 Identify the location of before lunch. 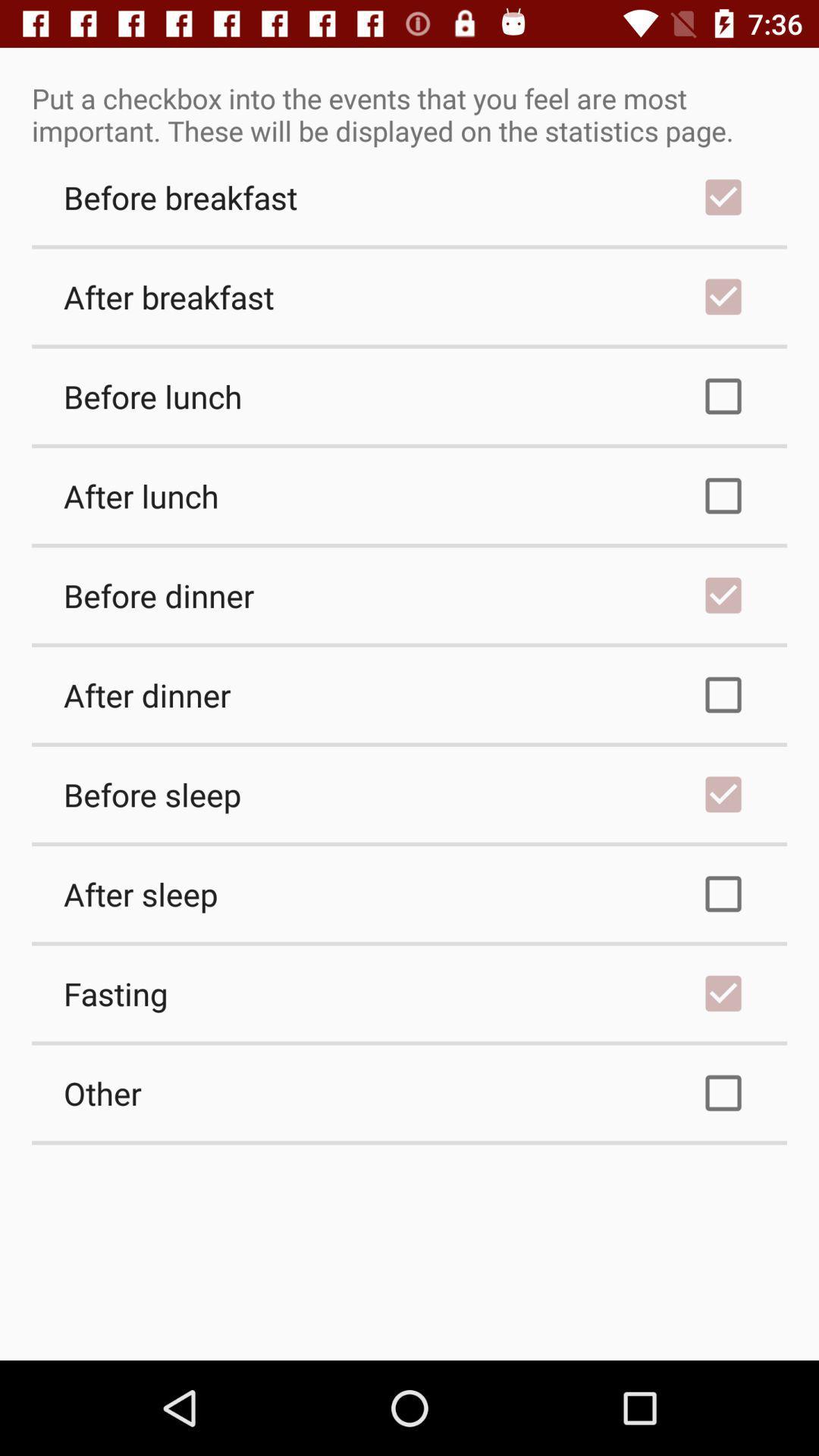
(409, 396).